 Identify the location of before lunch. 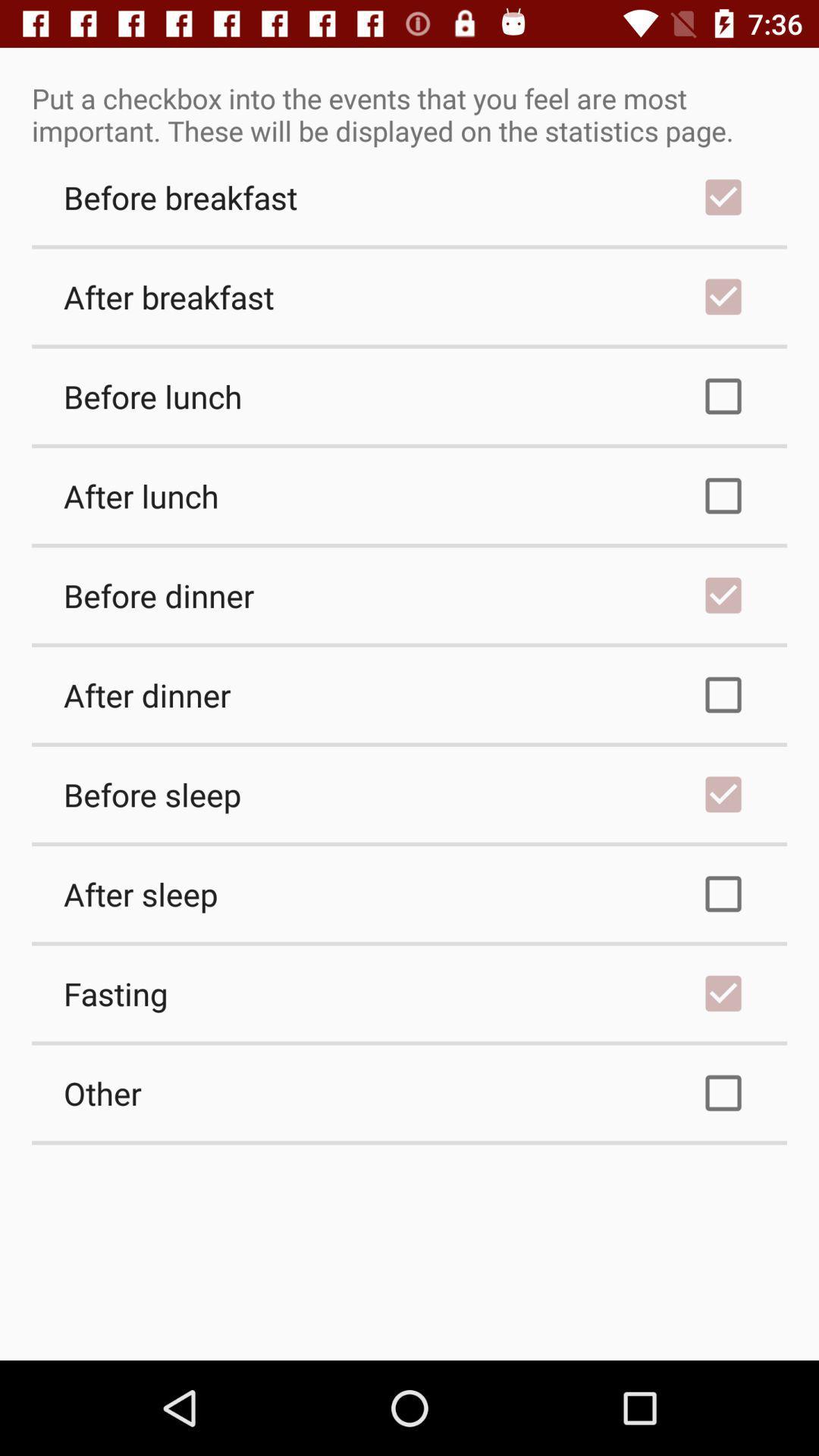
(409, 396).